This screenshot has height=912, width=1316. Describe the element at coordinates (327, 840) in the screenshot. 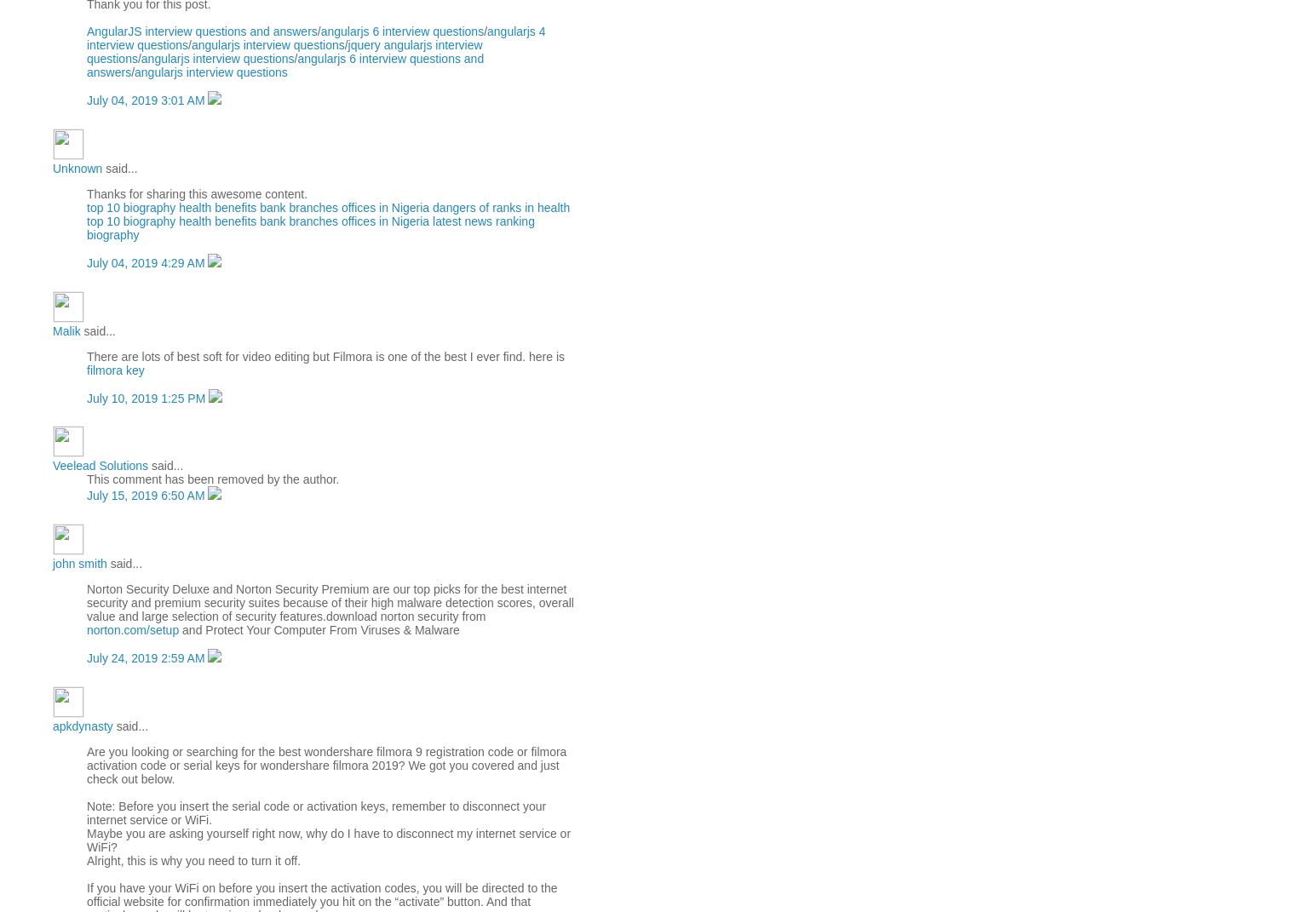

I see `'Maybe you are asking yourself right now, why do I have to disconnect my internet service or WiFi?'` at that location.